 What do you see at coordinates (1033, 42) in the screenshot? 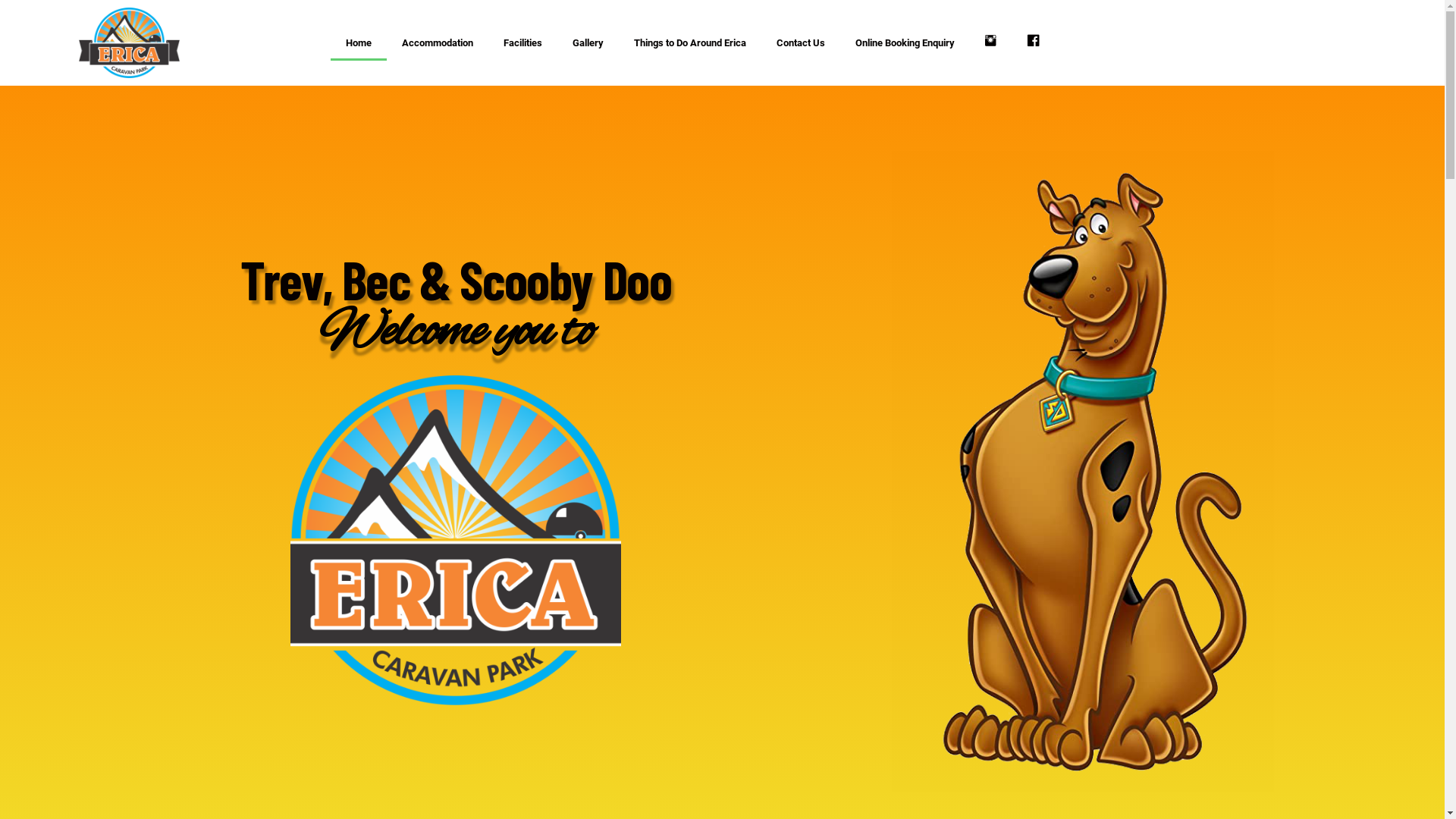
I see `'Facebook'` at bounding box center [1033, 42].